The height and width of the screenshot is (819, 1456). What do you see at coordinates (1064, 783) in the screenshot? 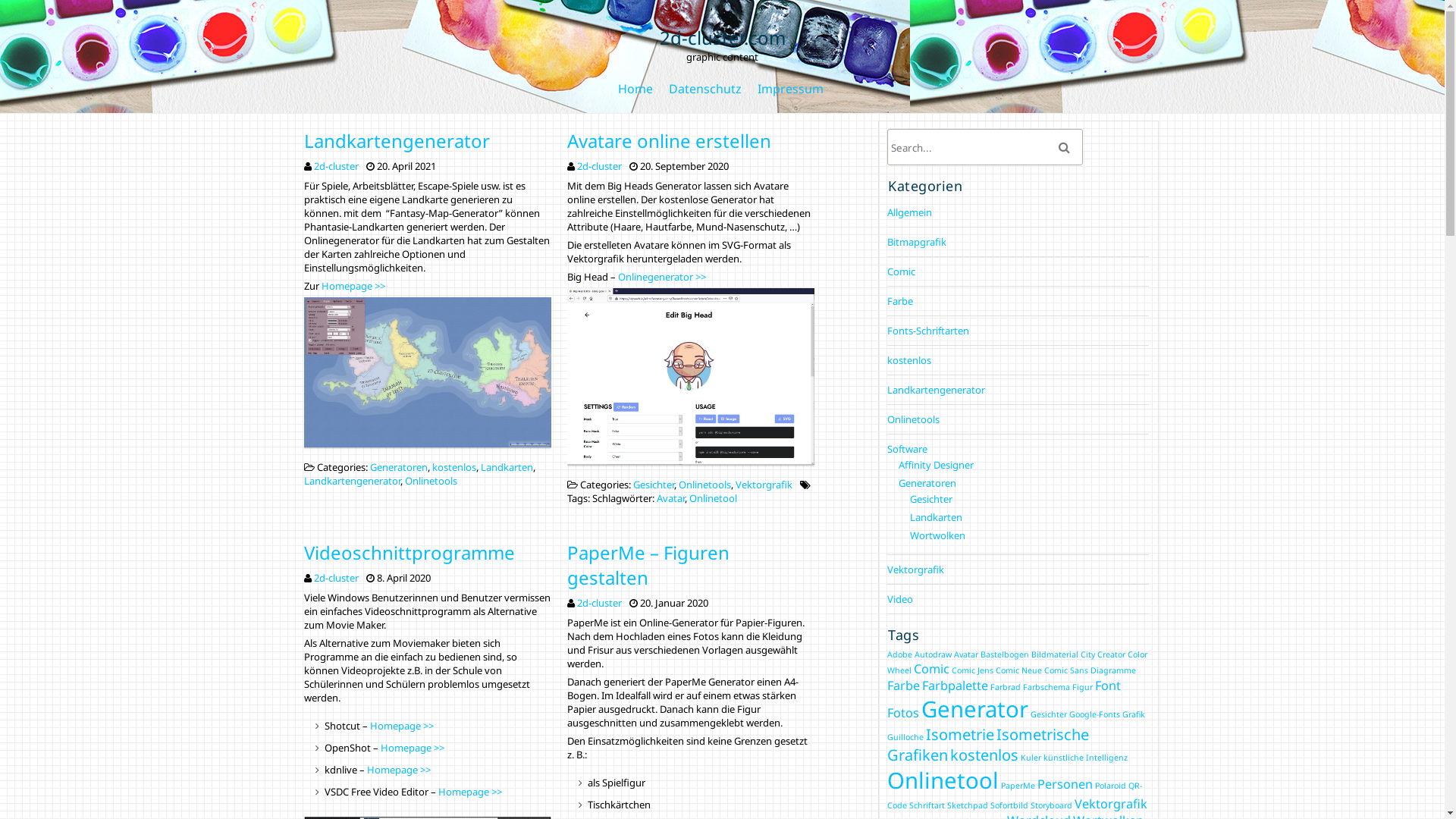
I see `'Personen'` at bounding box center [1064, 783].